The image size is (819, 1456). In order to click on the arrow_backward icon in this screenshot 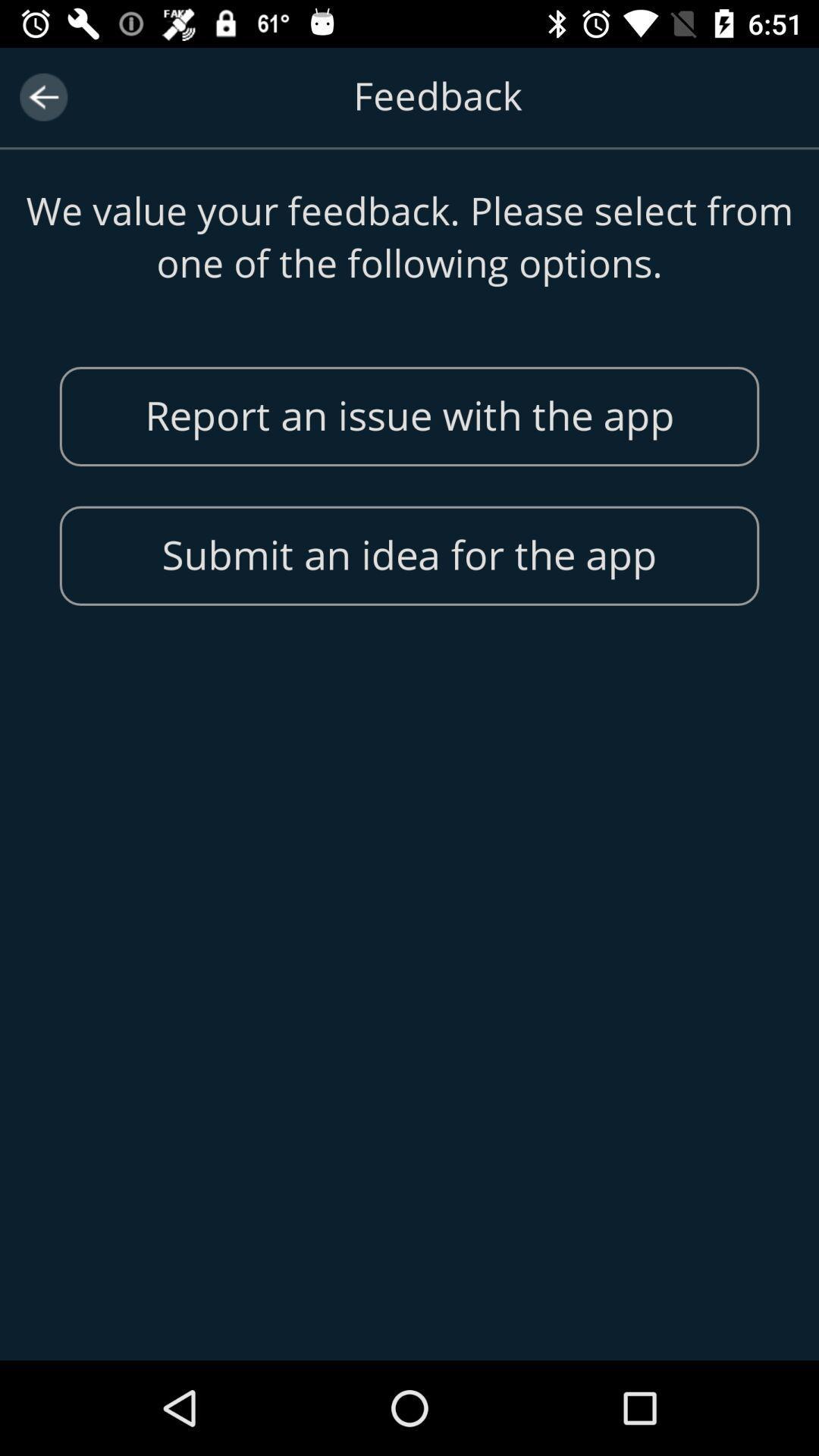, I will do `click(42, 96)`.